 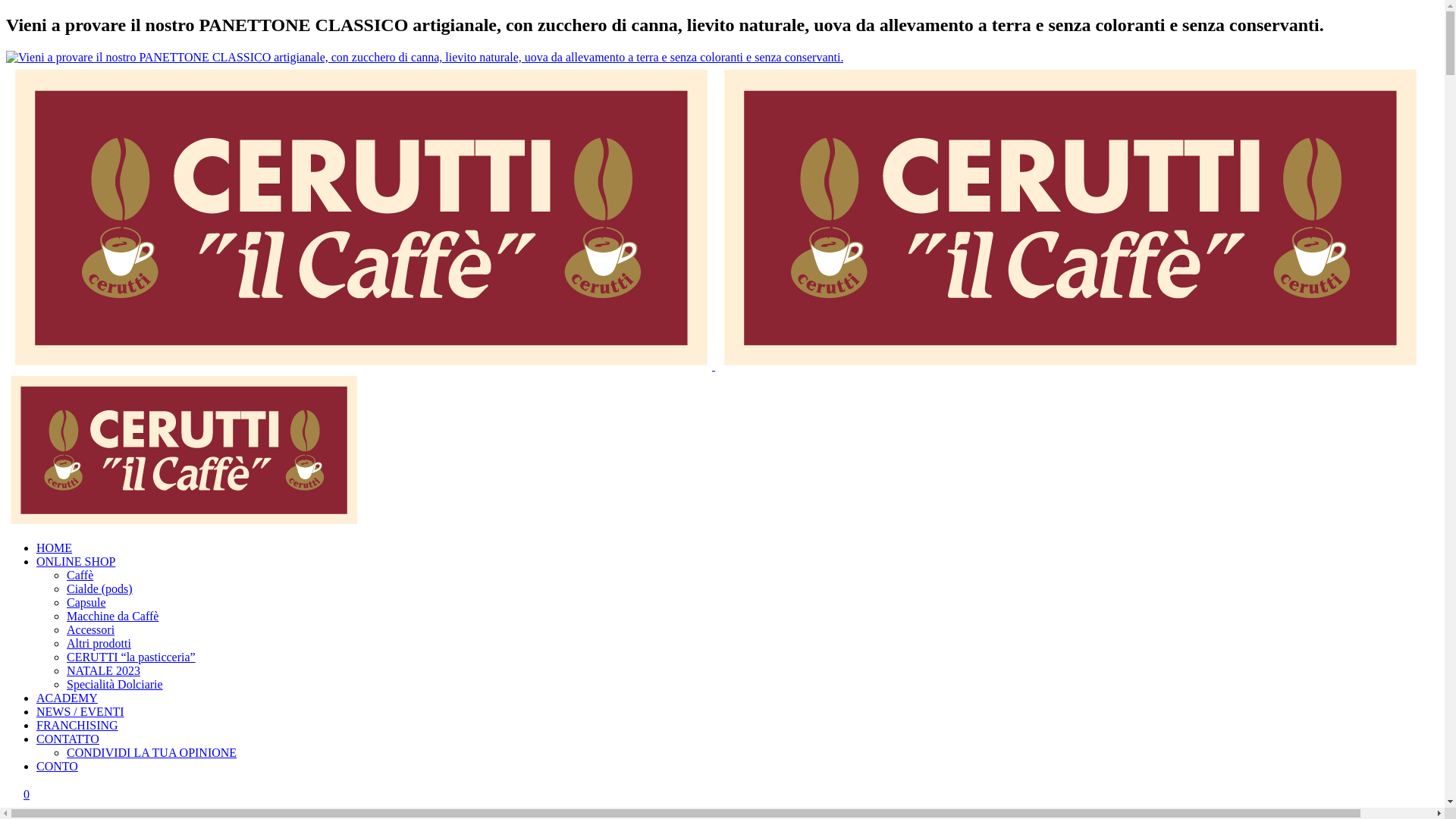 What do you see at coordinates (98, 643) in the screenshot?
I see `'Altri prodotti'` at bounding box center [98, 643].